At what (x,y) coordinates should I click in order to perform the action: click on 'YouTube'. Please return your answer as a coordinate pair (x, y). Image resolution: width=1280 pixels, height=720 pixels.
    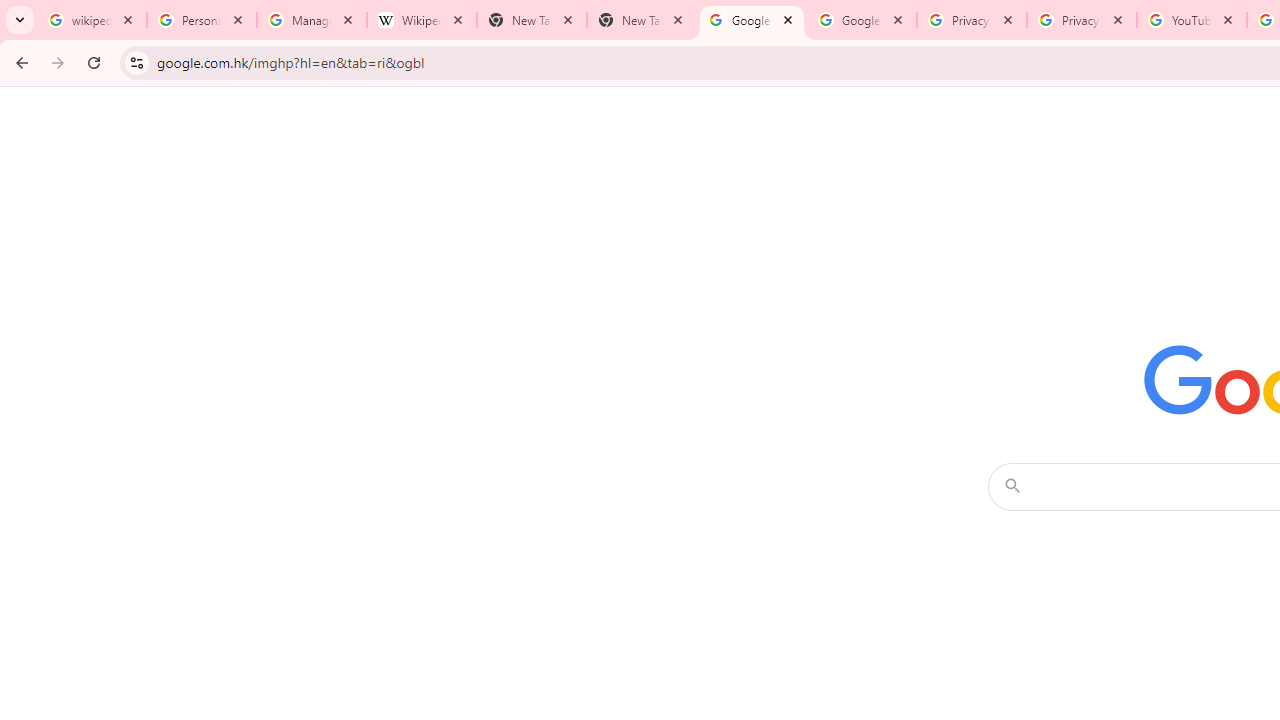
    Looking at the image, I should click on (1191, 20).